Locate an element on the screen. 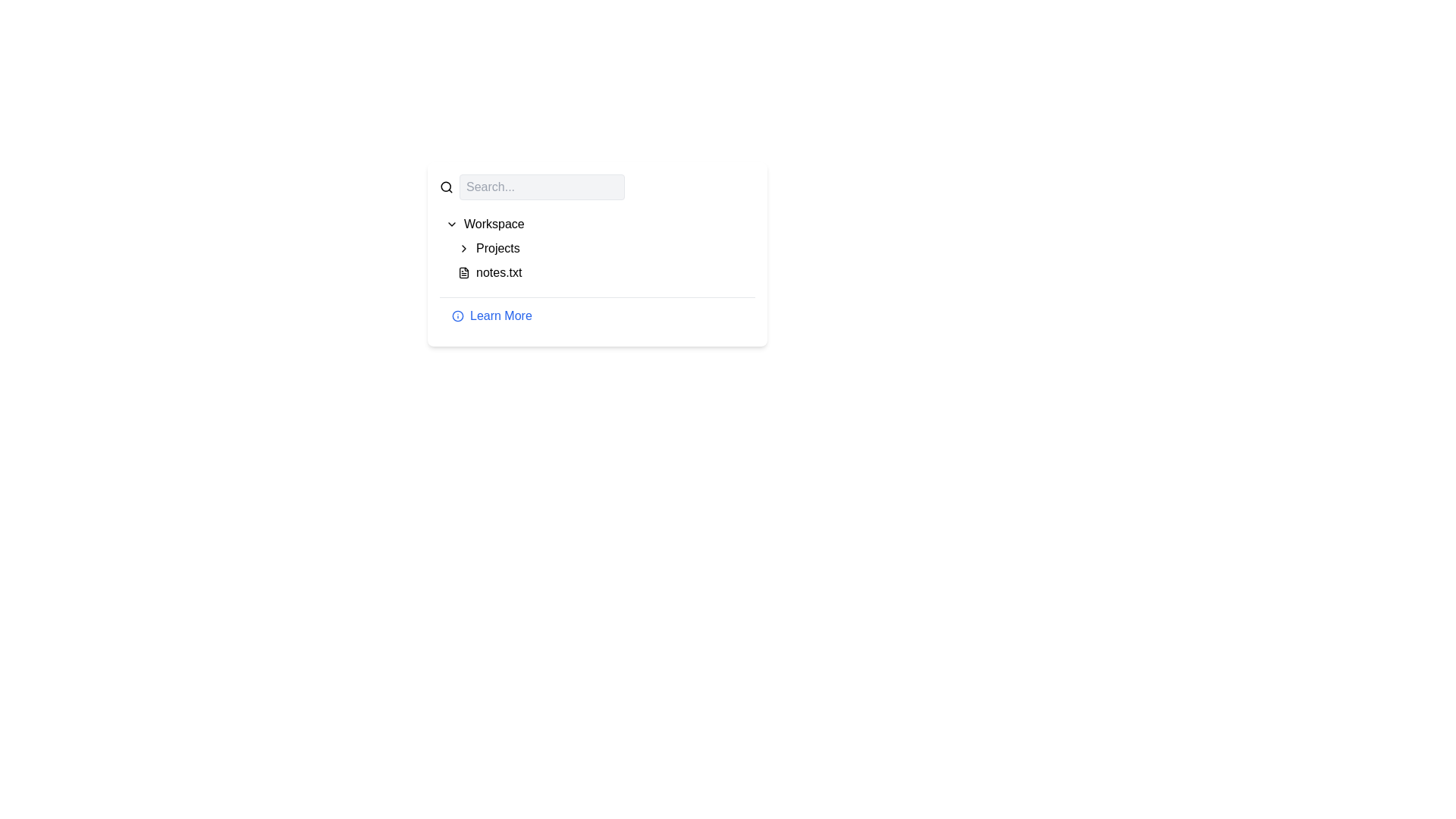  the text label located on the rightmost side of the clickable area, which is next to the information icon is located at coordinates (500, 315).